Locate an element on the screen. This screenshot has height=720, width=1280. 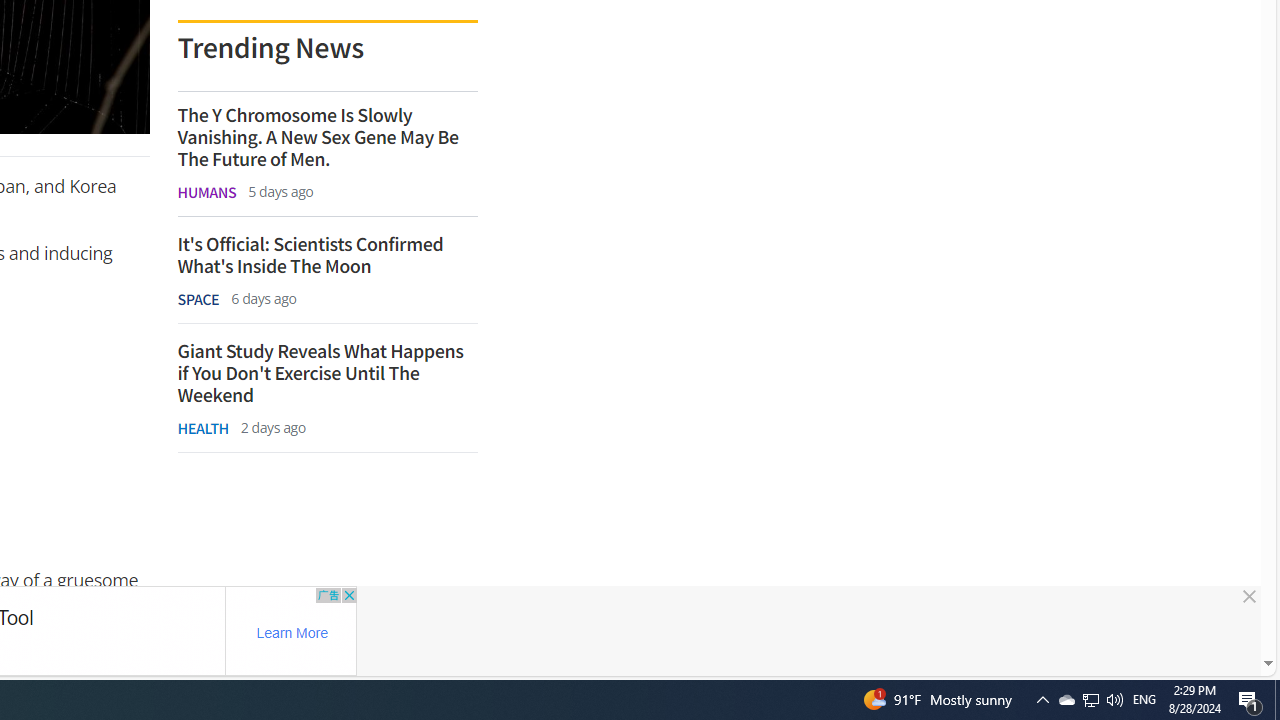
'HUMANS' is located at coordinates (206, 191).